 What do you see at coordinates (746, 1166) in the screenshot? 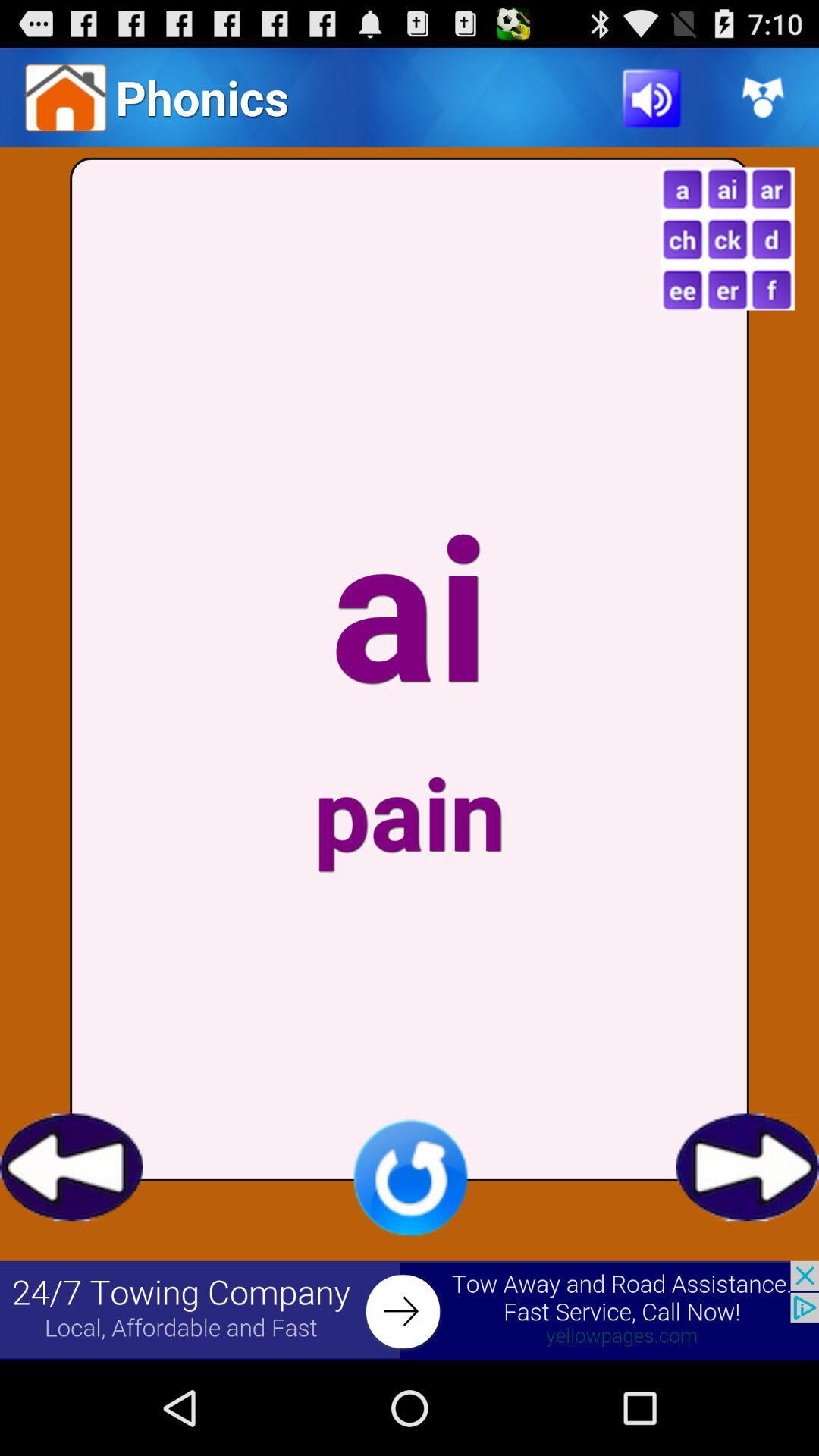
I see `the next word` at bounding box center [746, 1166].